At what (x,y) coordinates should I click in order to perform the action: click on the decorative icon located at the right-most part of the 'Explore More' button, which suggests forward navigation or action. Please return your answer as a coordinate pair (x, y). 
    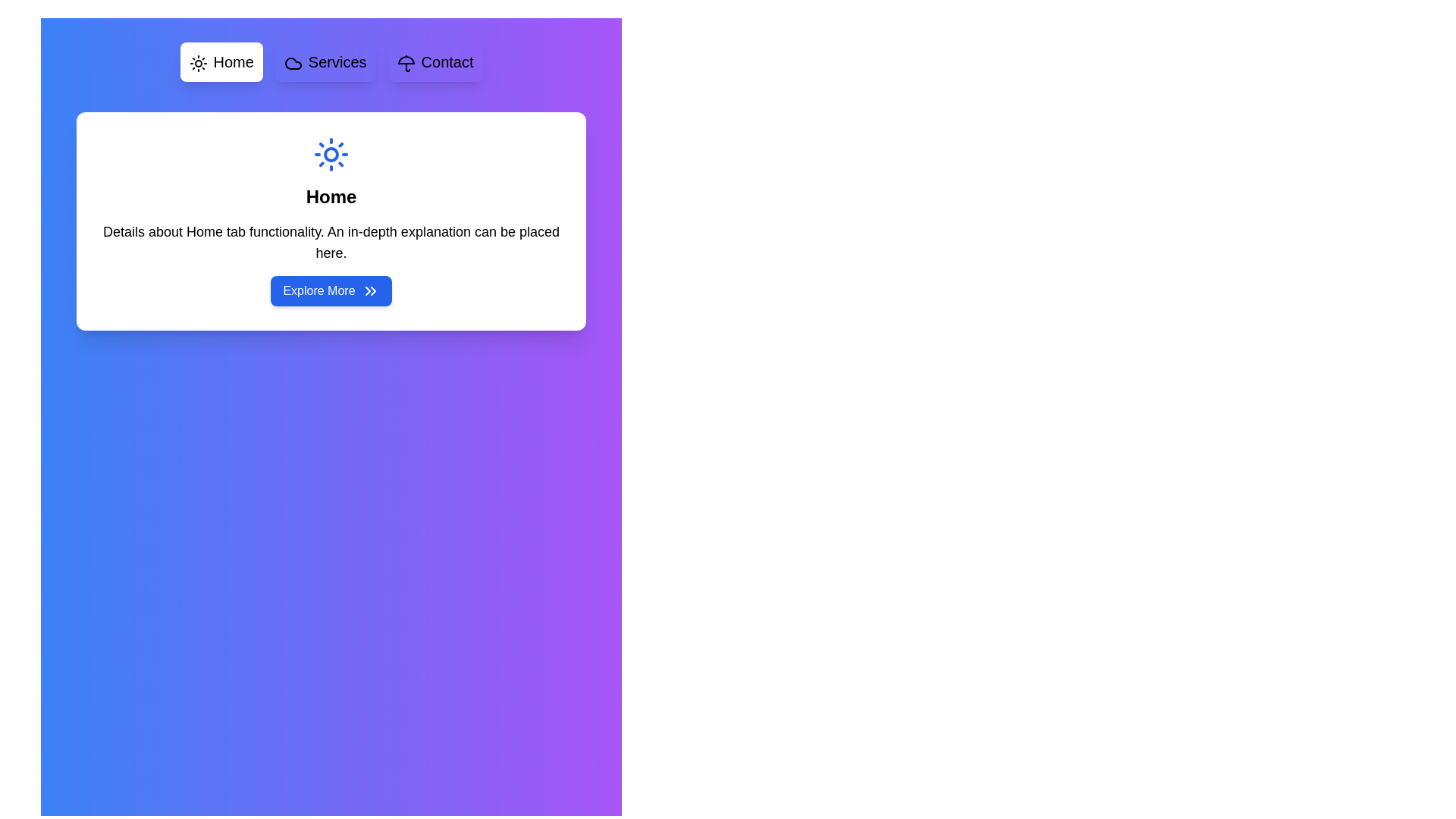
    Looking at the image, I should click on (370, 291).